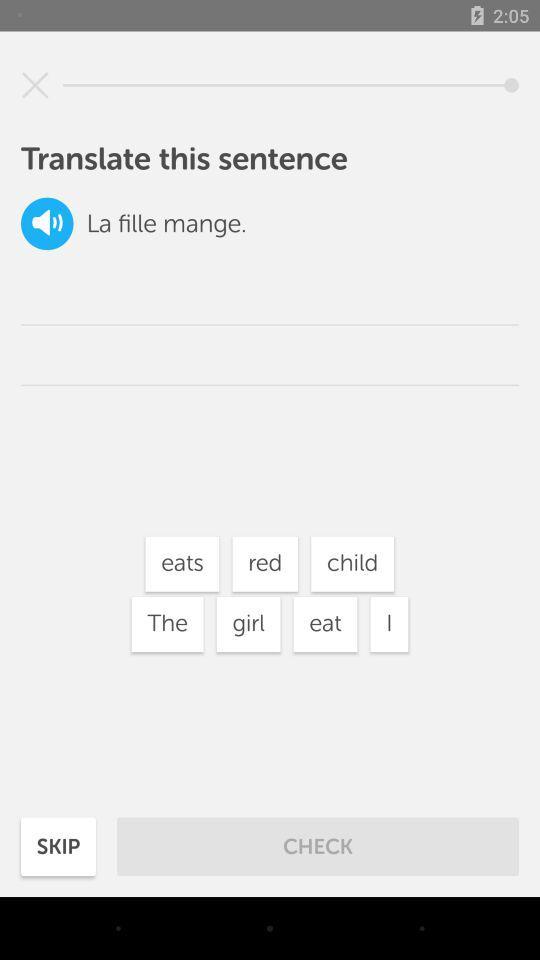  I want to click on the volume icon, so click(47, 223).